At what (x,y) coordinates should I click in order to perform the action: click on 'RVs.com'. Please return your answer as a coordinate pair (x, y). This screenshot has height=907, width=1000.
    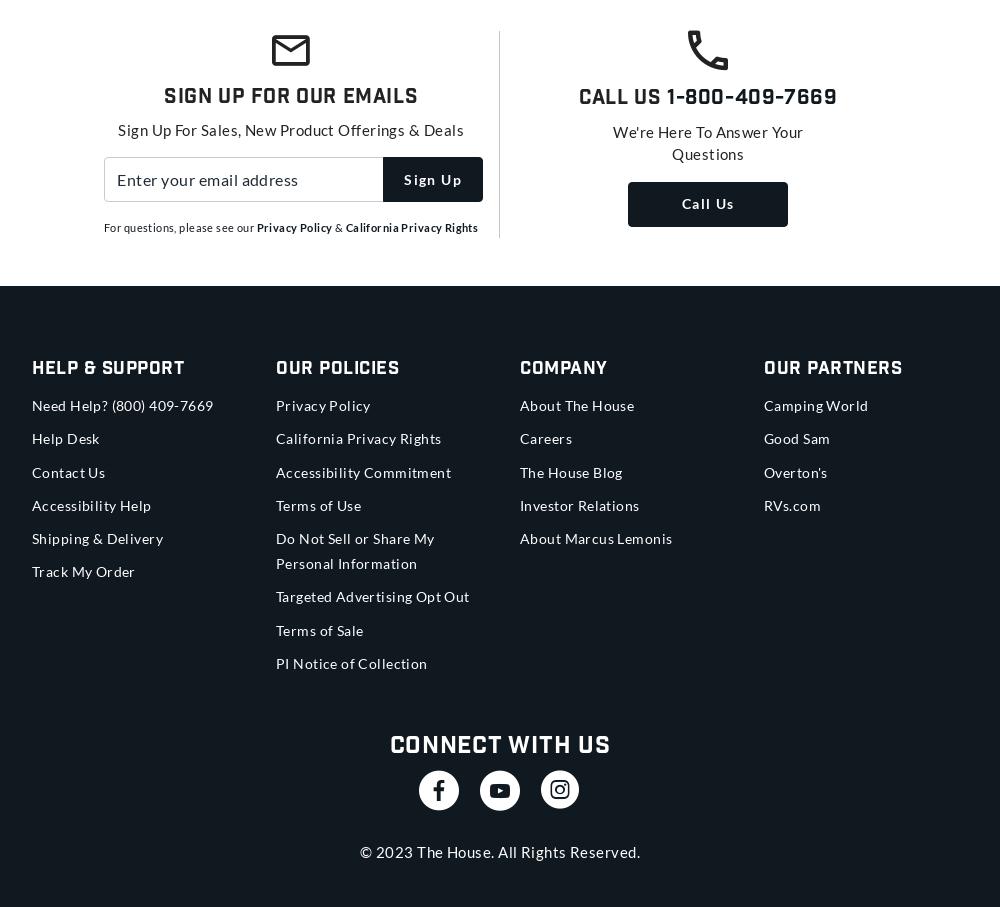
    Looking at the image, I should click on (792, 503).